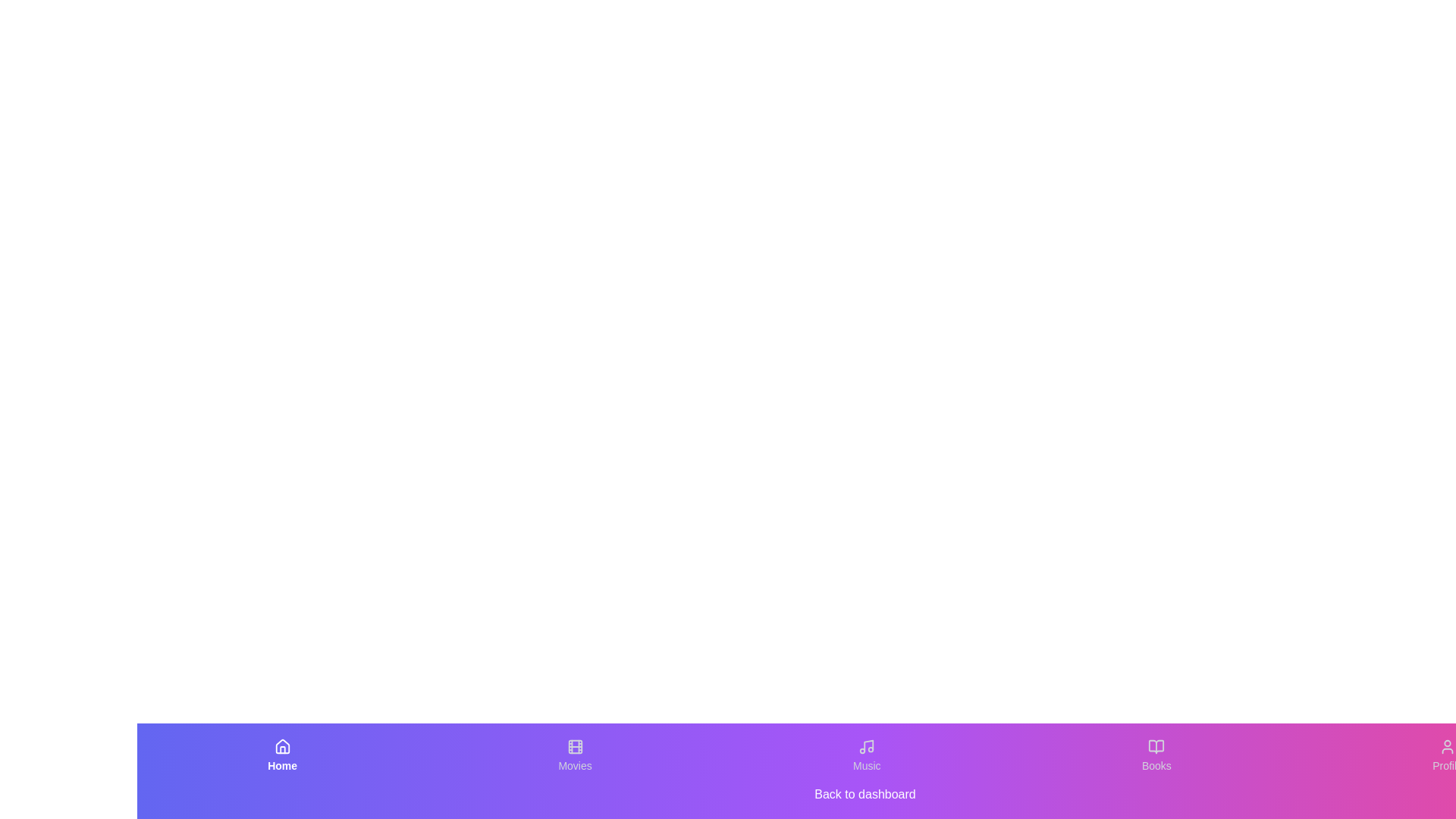  I want to click on the Movies tab from the navigation bar, so click(574, 755).